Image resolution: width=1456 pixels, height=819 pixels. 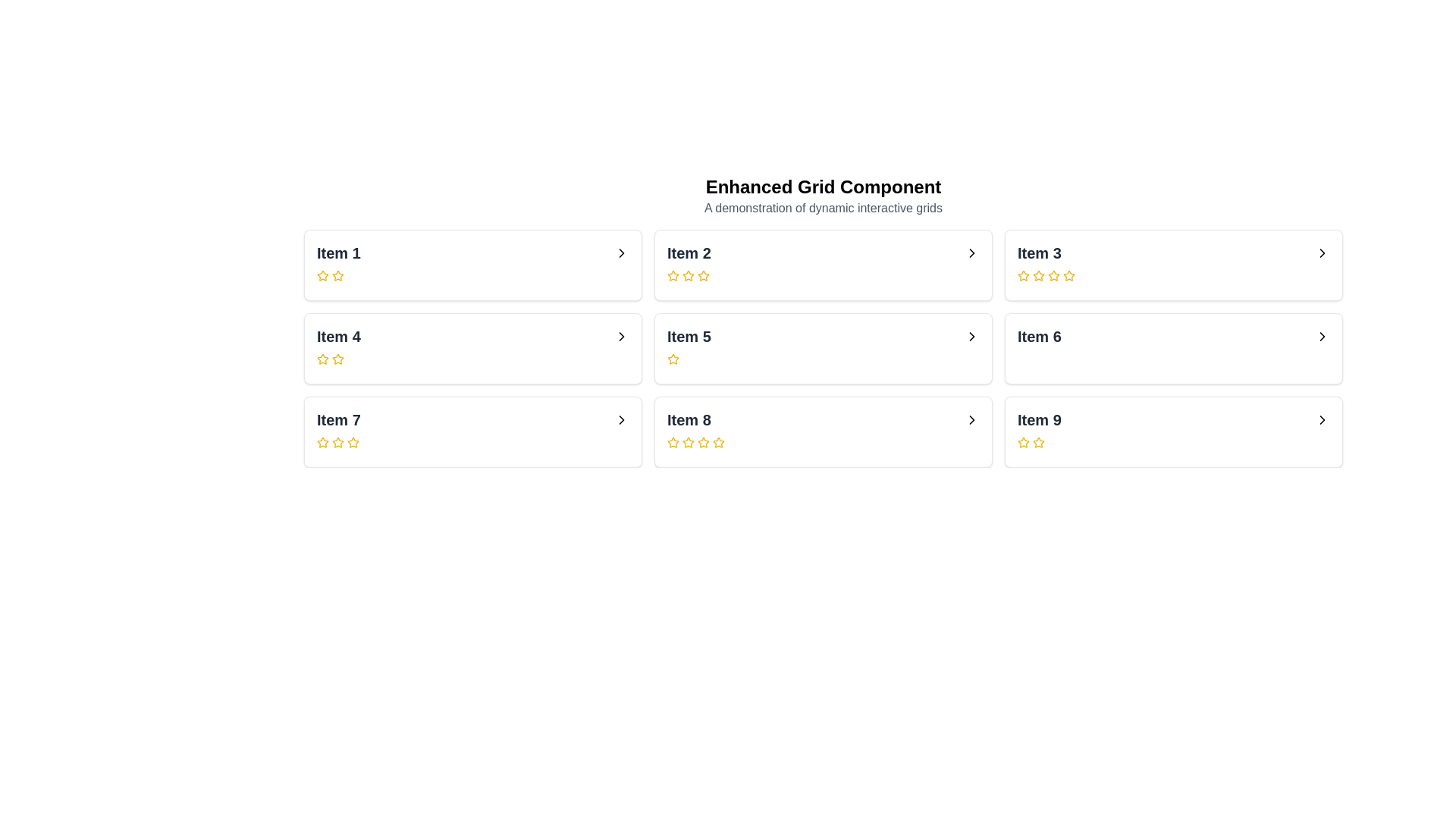 I want to click on the fifth star icon for rating associated with 'Item 7', so click(x=352, y=442).